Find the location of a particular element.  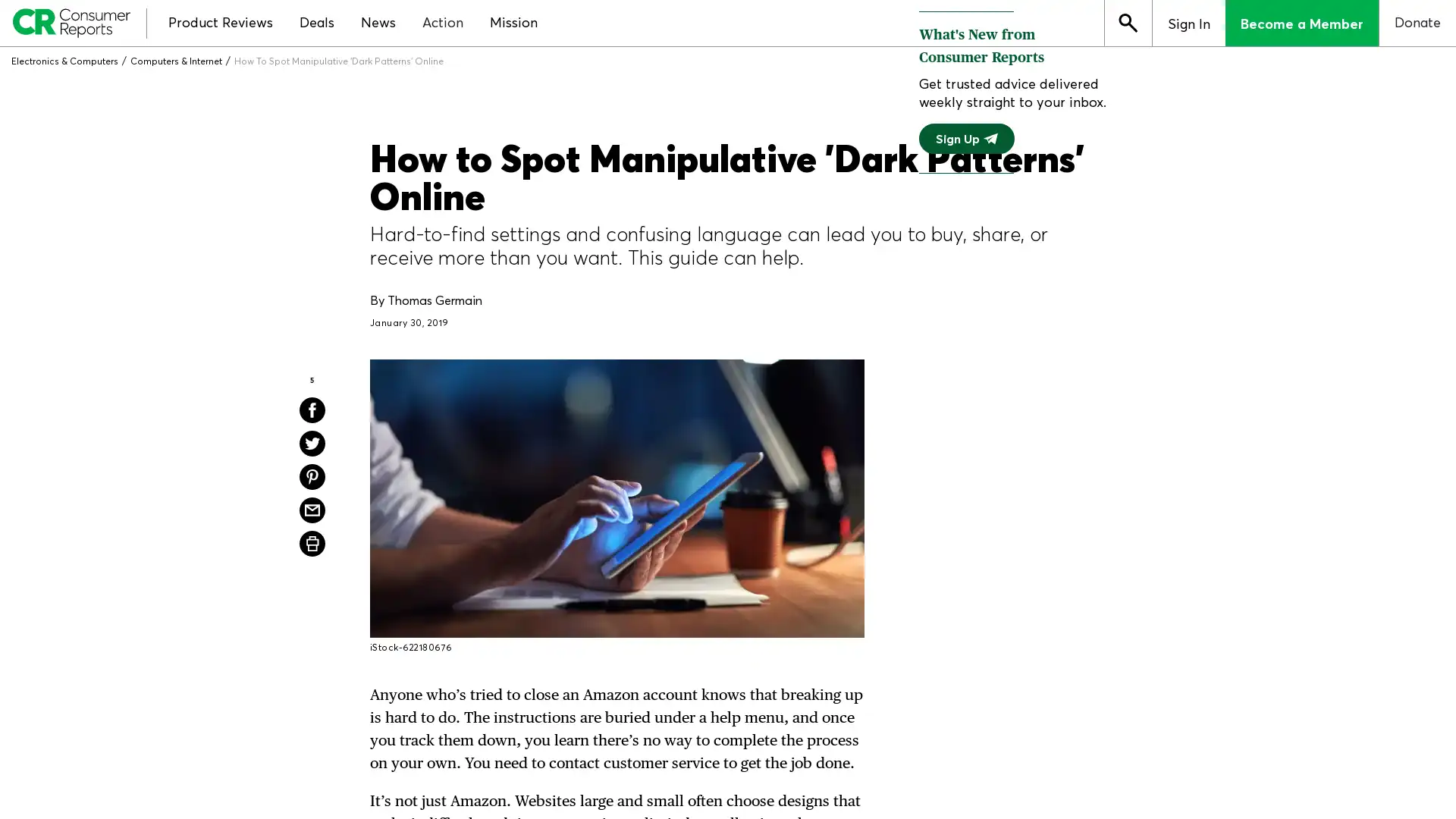

pinterest is located at coordinates (312, 475).